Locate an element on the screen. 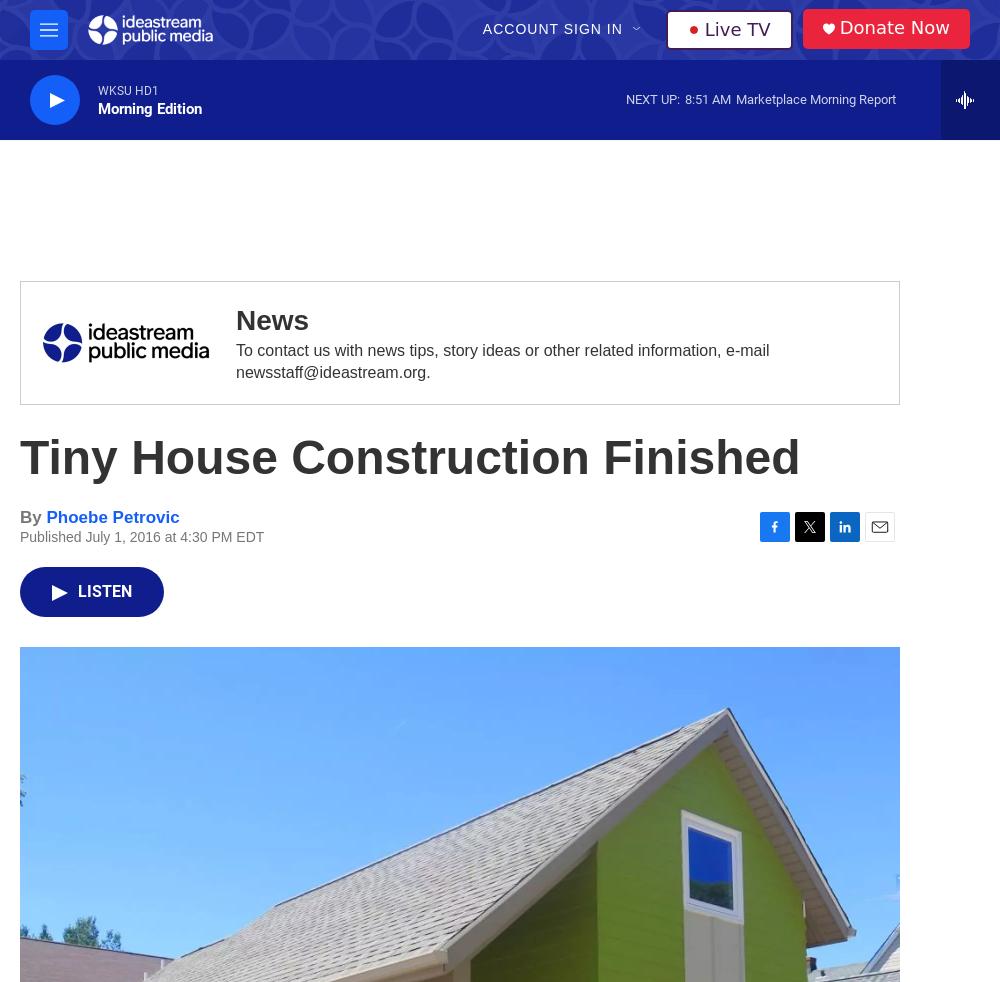 This screenshot has width=1000, height=982. 'Next Up:' is located at coordinates (626, 97).